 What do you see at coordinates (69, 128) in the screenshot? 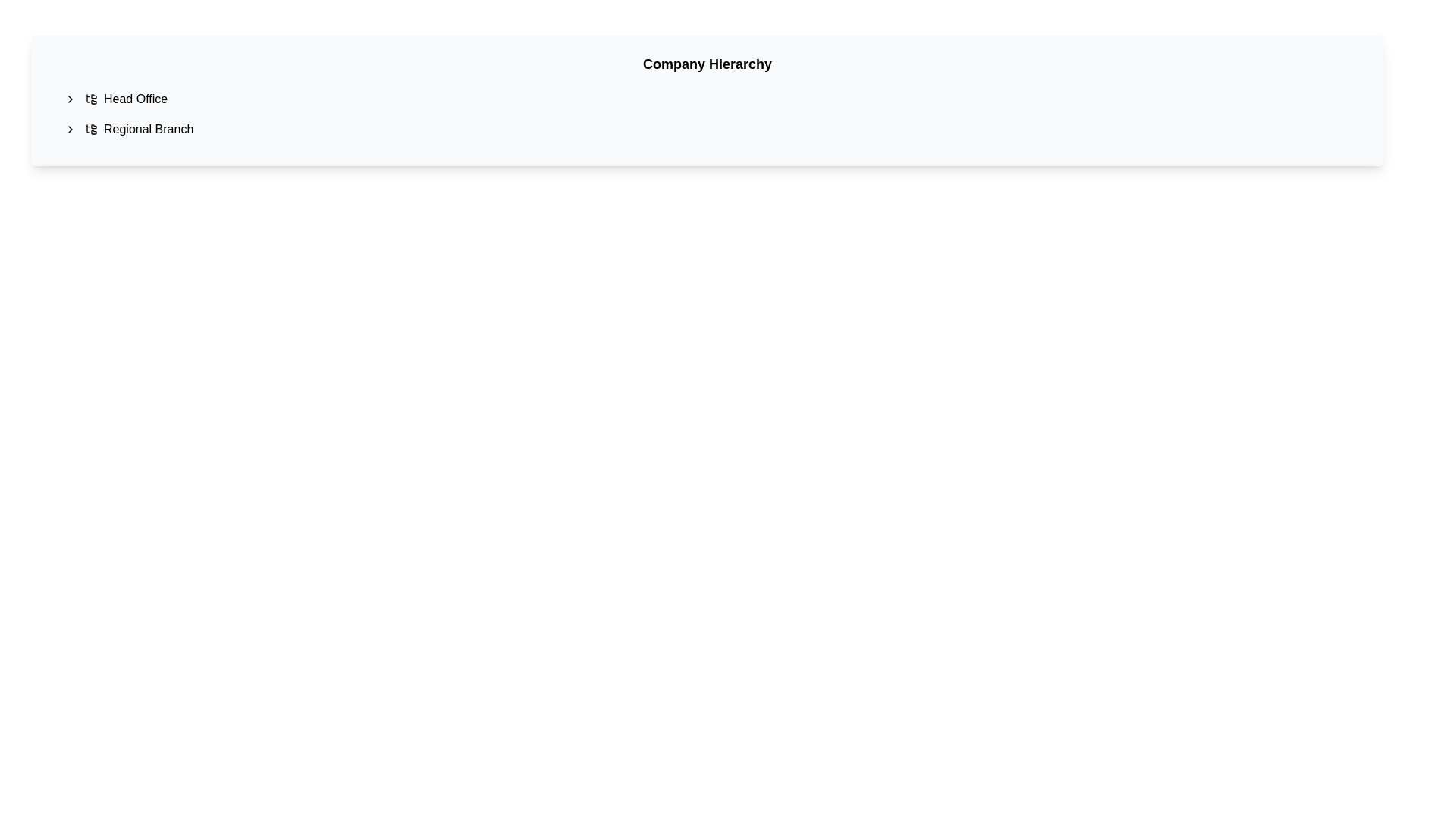
I see `the Chevron-Right icon located beside the 'Regional Branch' text to trigger a visual change if styled for hover` at bounding box center [69, 128].